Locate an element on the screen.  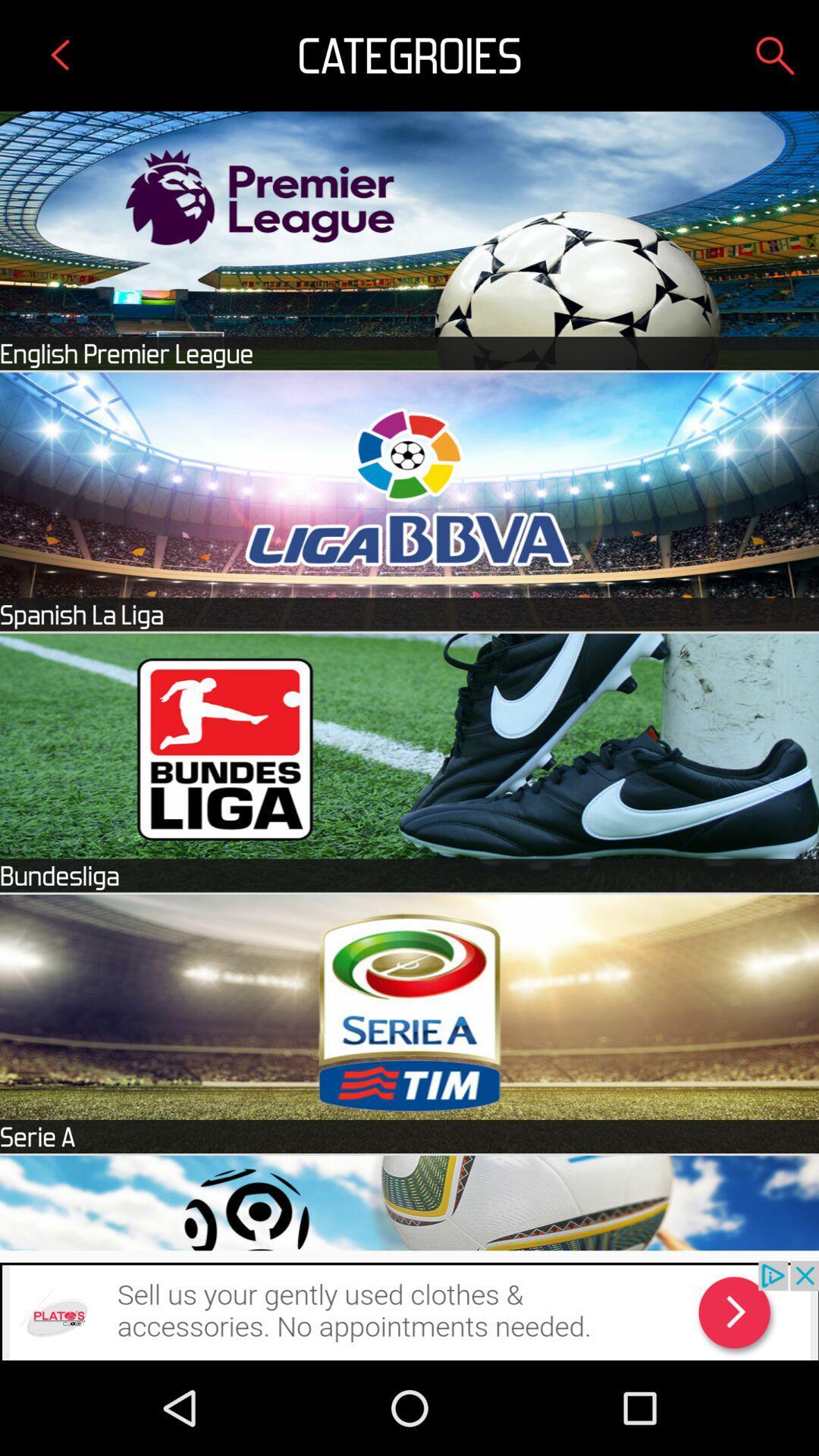
search is located at coordinates (775, 55).